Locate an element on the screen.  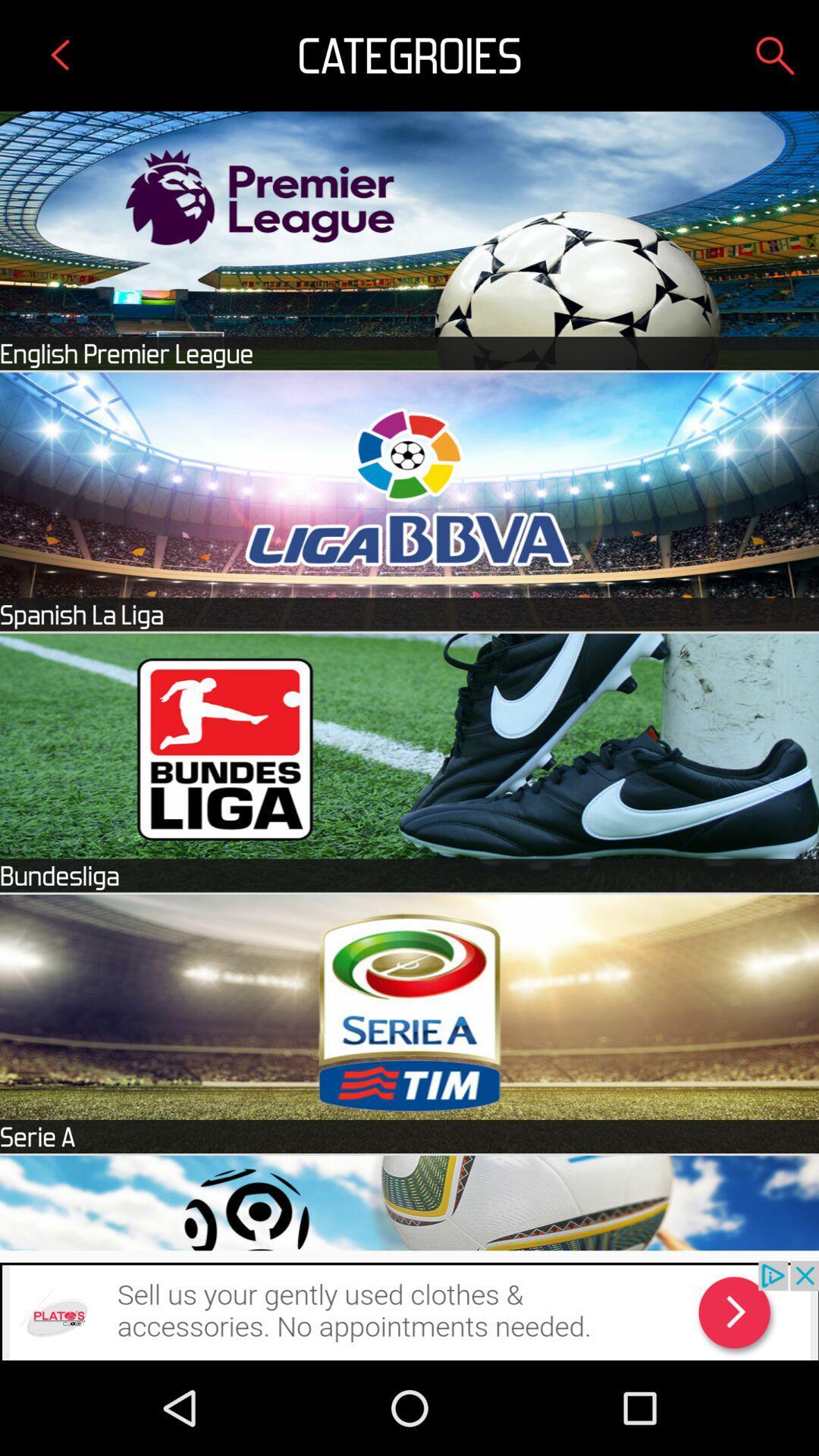
search is located at coordinates (775, 55).